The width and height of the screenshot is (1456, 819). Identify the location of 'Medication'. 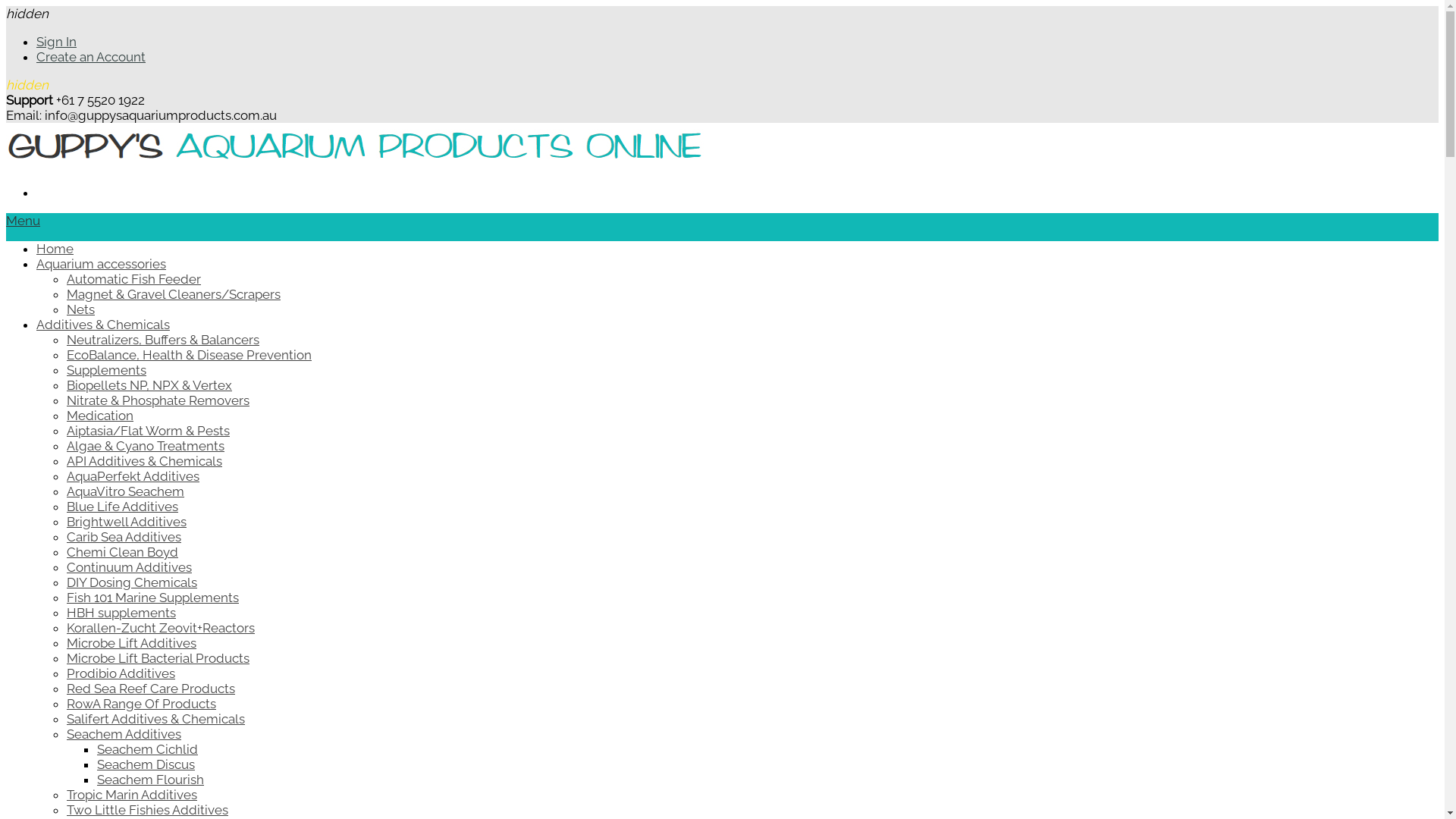
(99, 415).